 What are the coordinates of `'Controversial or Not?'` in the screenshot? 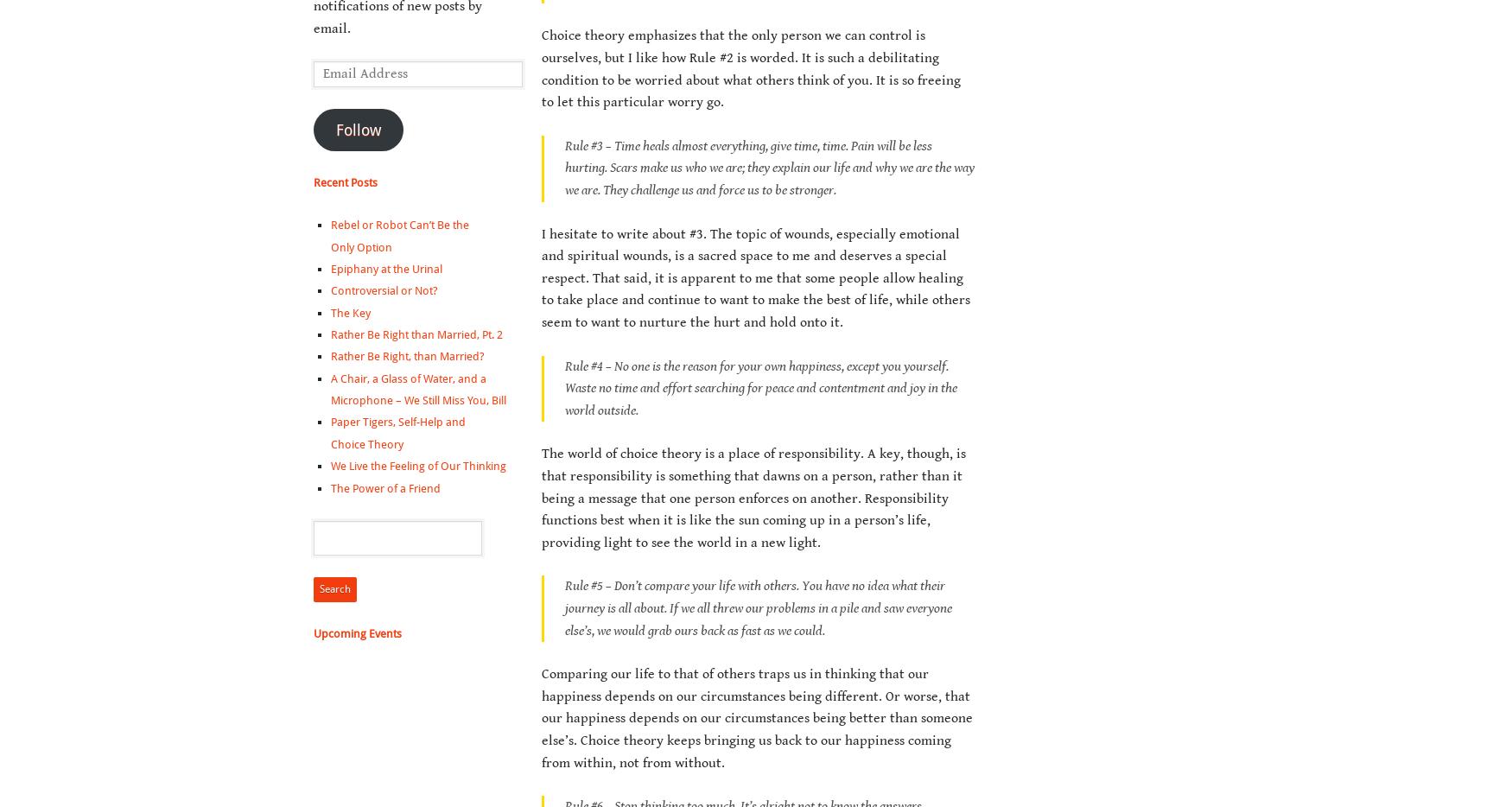 It's located at (383, 290).